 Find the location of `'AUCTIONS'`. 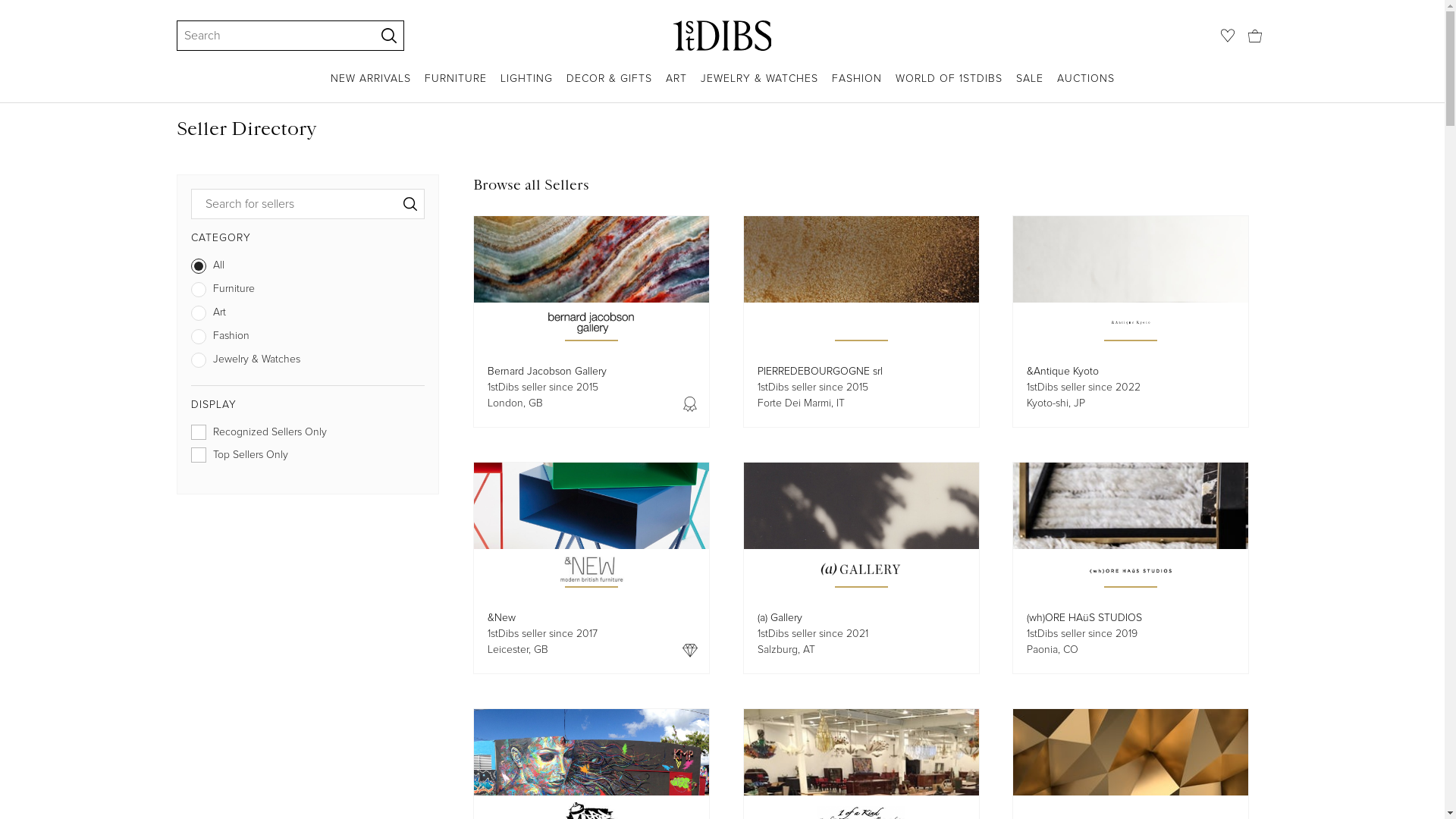

'AUCTIONS' is located at coordinates (1084, 86).